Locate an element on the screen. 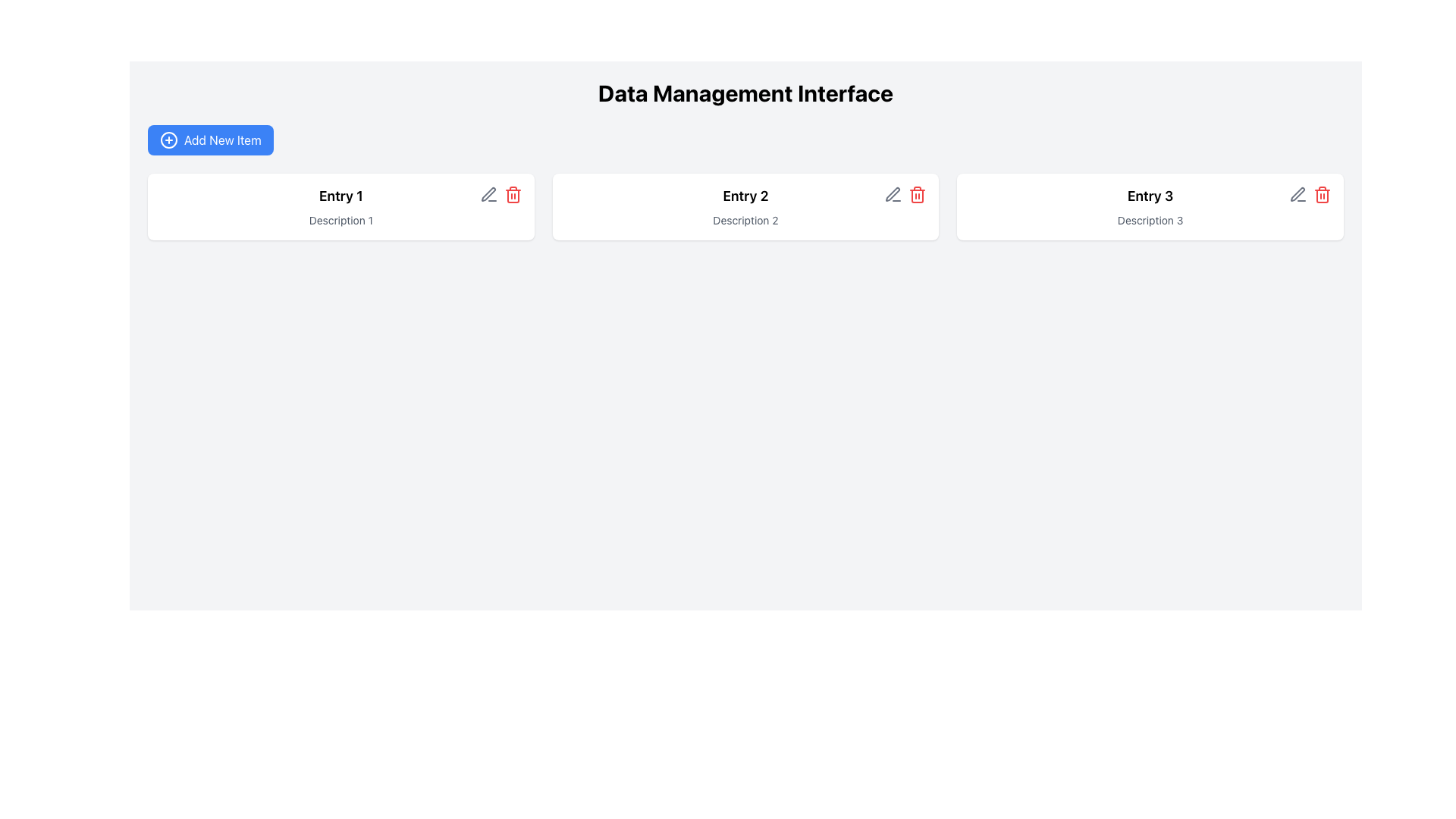  the circular SVG shape element that is part of the 'Add New Item' button, located at the top-left corner of the interface is located at coordinates (168, 140).